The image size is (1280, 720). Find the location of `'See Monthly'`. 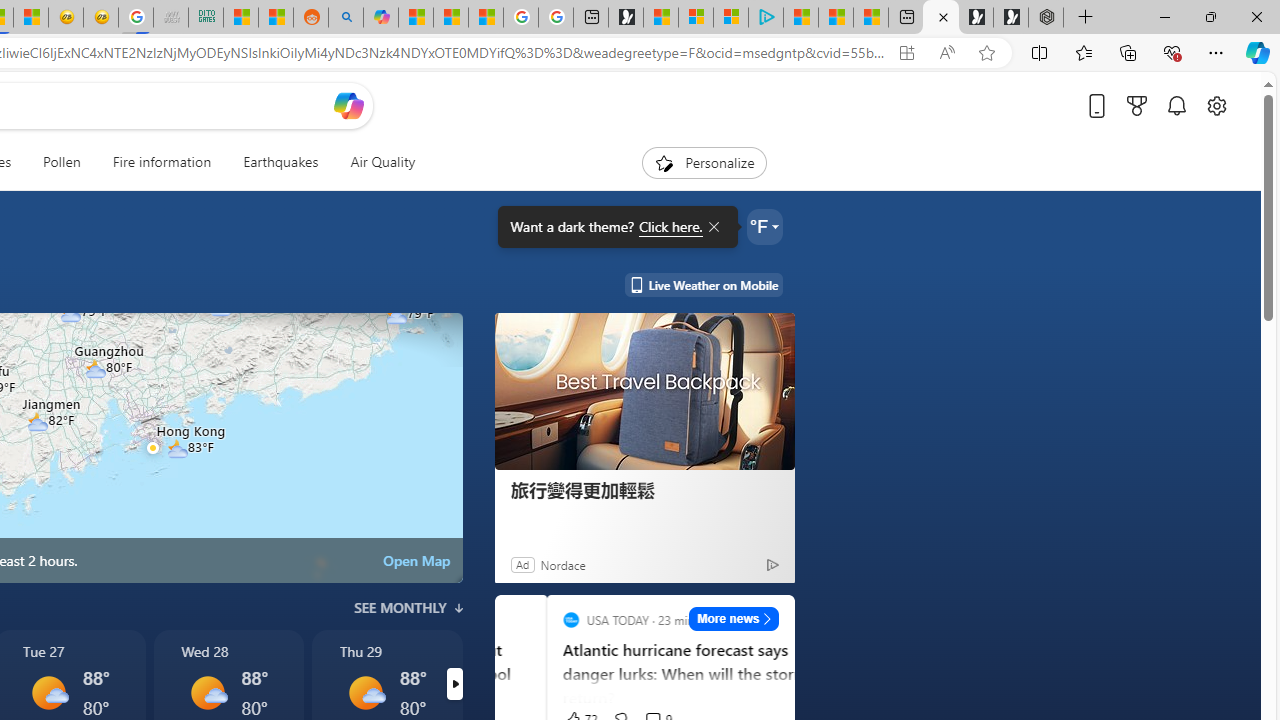

'See Monthly' is located at coordinates (407, 607).